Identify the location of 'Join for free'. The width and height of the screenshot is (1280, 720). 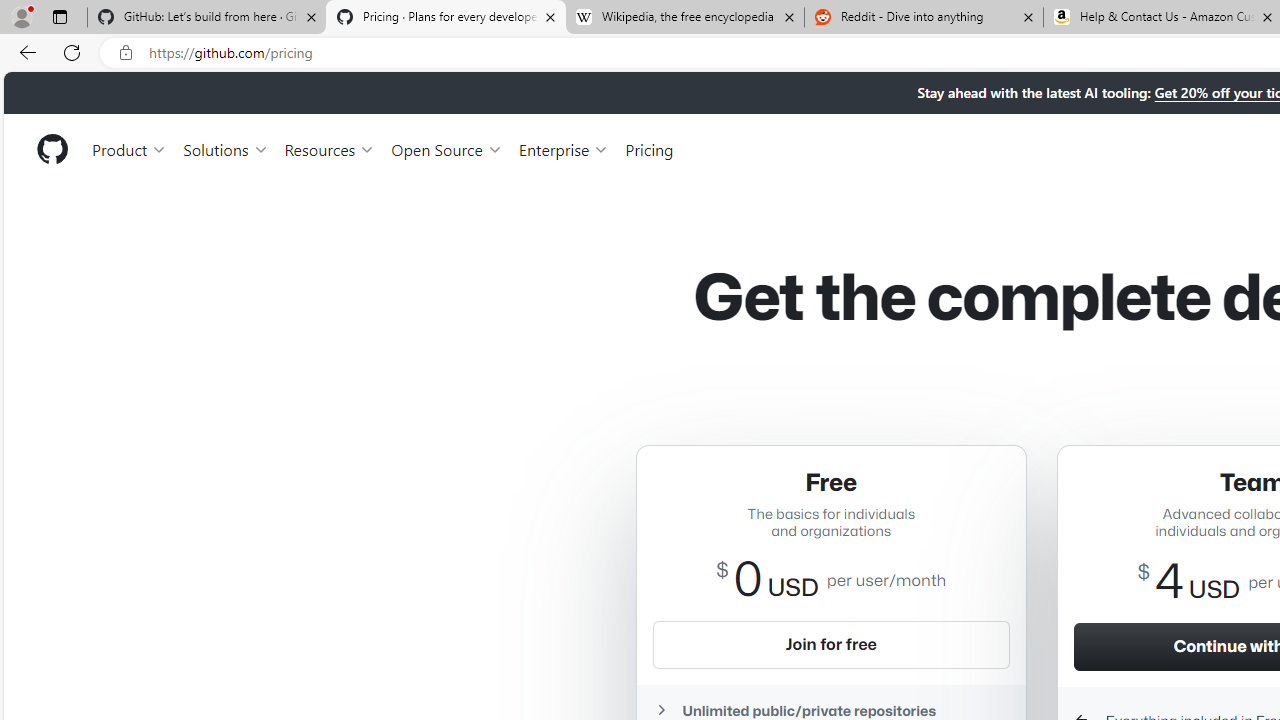
(830, 644).